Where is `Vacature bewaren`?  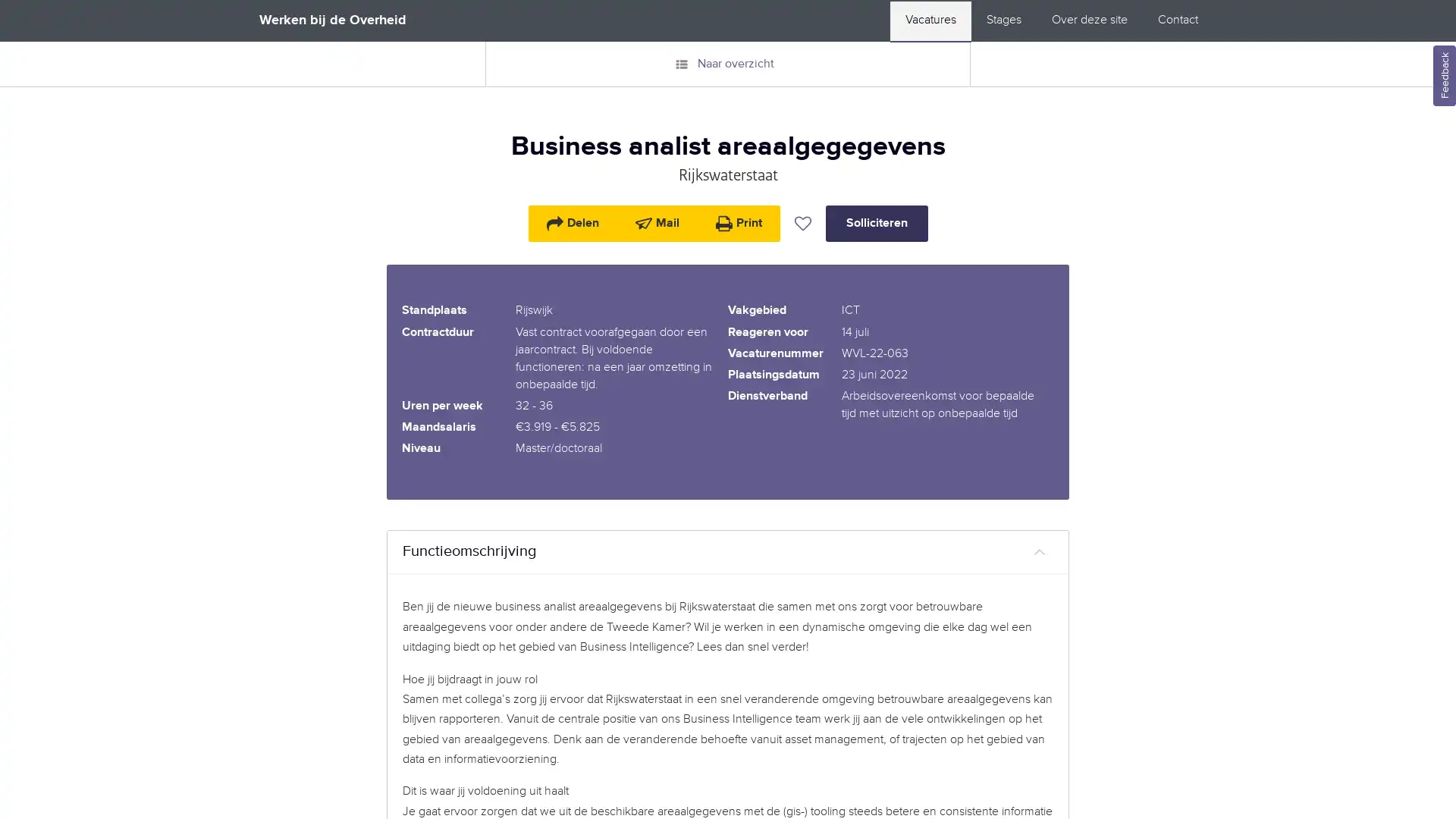 Vacature bewaren is located at coordinates (801, 223).